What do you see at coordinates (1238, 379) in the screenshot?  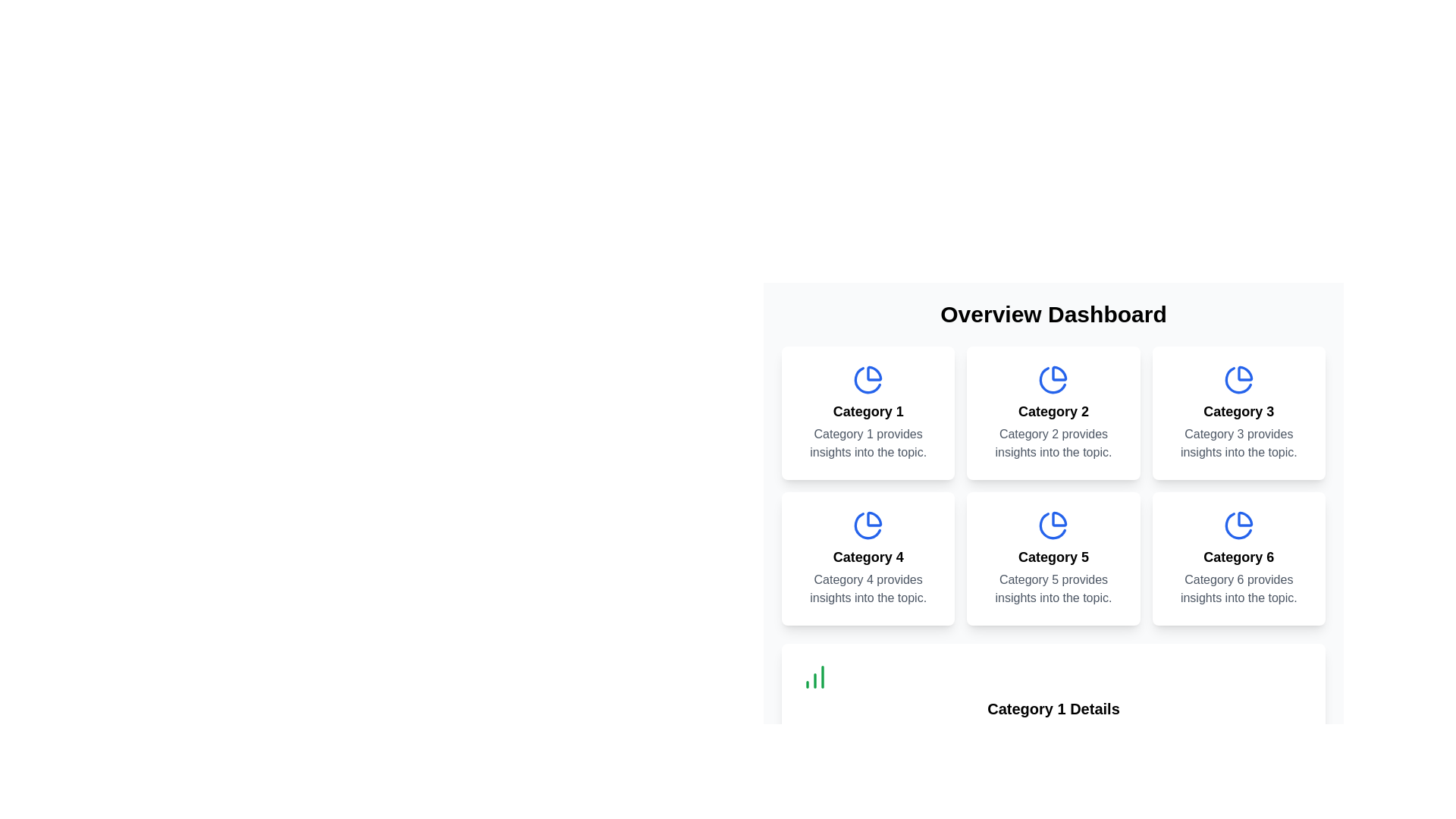 I see `the line-art pie chart icon that is centered in the heading section of the card labeled 'Category 3', positioned above the title text` at bounding box center [1238, 379].